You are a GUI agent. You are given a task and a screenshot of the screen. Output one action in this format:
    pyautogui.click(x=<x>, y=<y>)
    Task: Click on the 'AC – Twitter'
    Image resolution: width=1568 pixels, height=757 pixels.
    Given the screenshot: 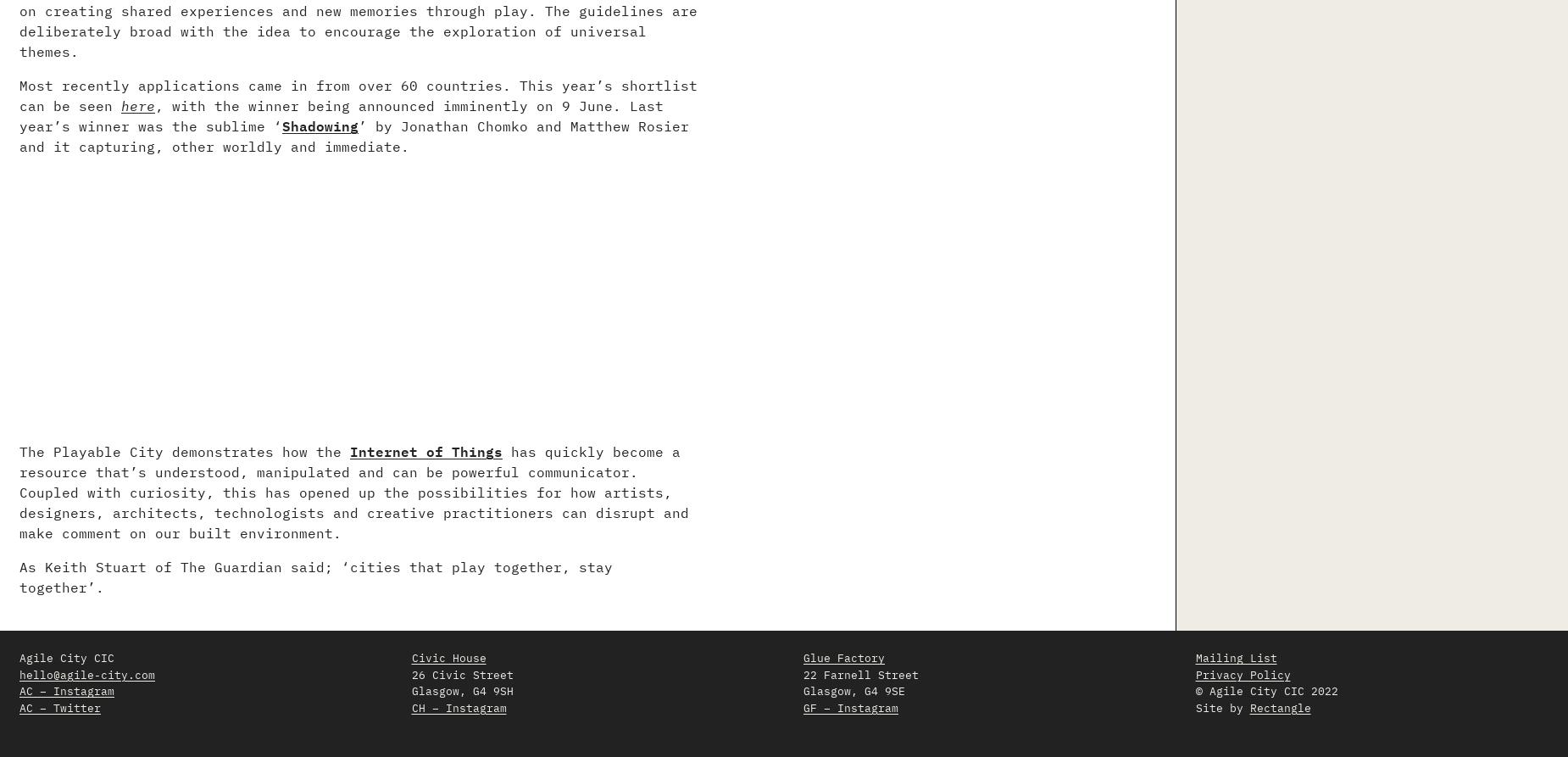 What is the action you would take?
    pyautogui.click(x=59, y=706)
    